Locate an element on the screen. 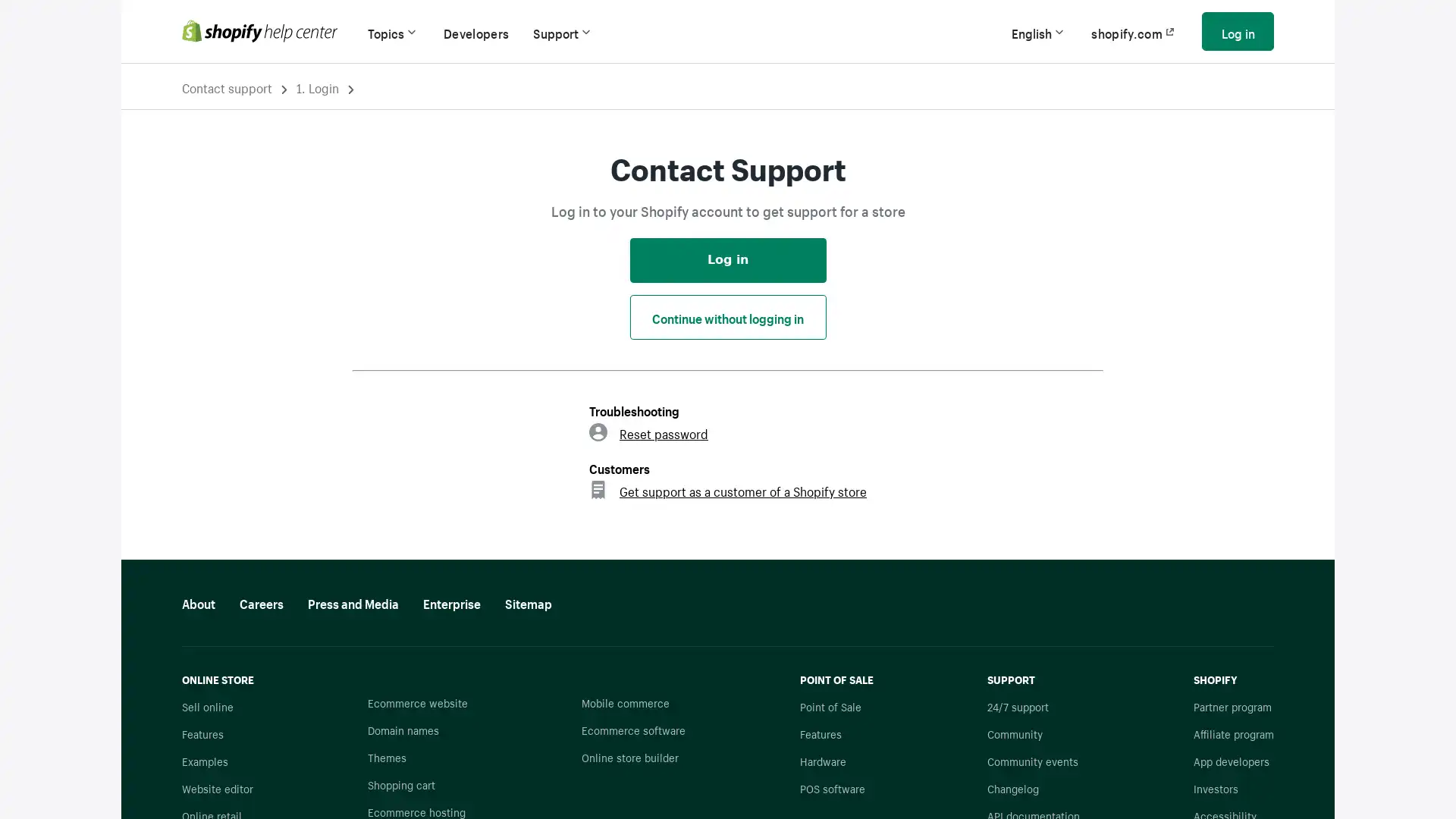 The height and width of the screenshot is (819, 1456). Support is located at coordinates (563, 31).